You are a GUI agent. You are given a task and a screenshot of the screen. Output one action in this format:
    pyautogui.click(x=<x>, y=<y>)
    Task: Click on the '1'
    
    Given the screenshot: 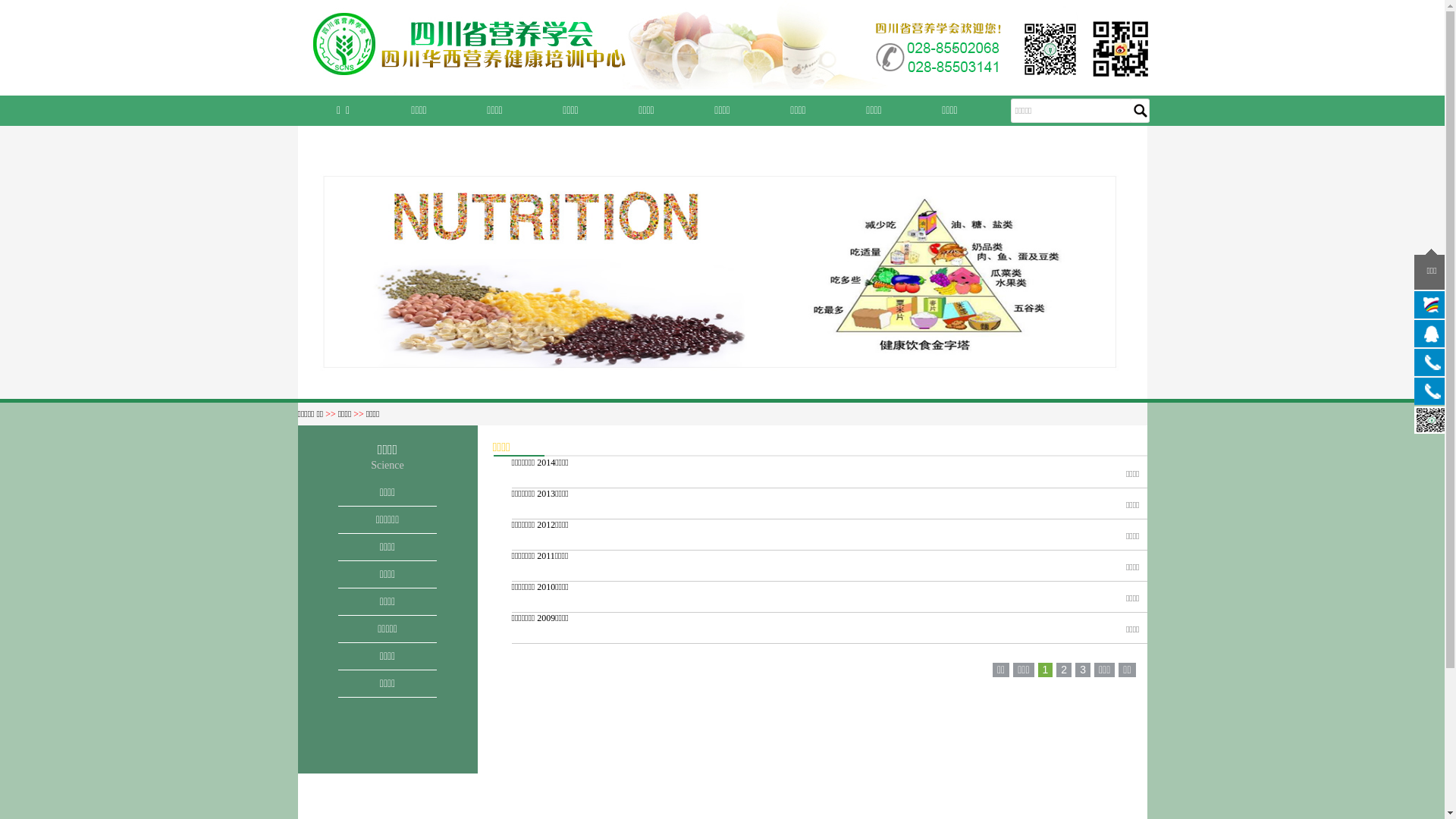 What is the action you would take?
    pyautogui.click(x=1044, y=669)
    